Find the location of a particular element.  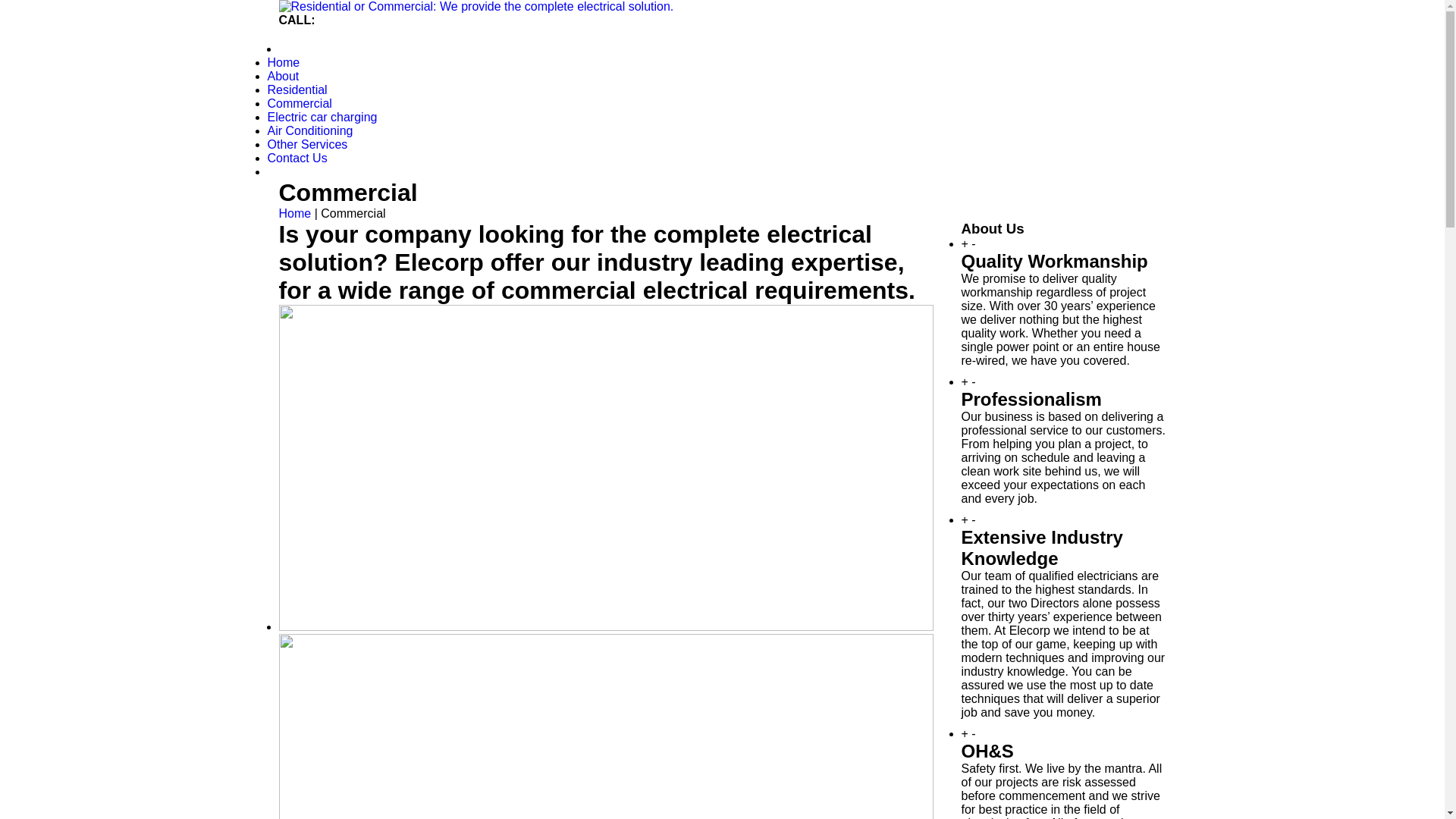

'About' is located at coordinates (283, 76).